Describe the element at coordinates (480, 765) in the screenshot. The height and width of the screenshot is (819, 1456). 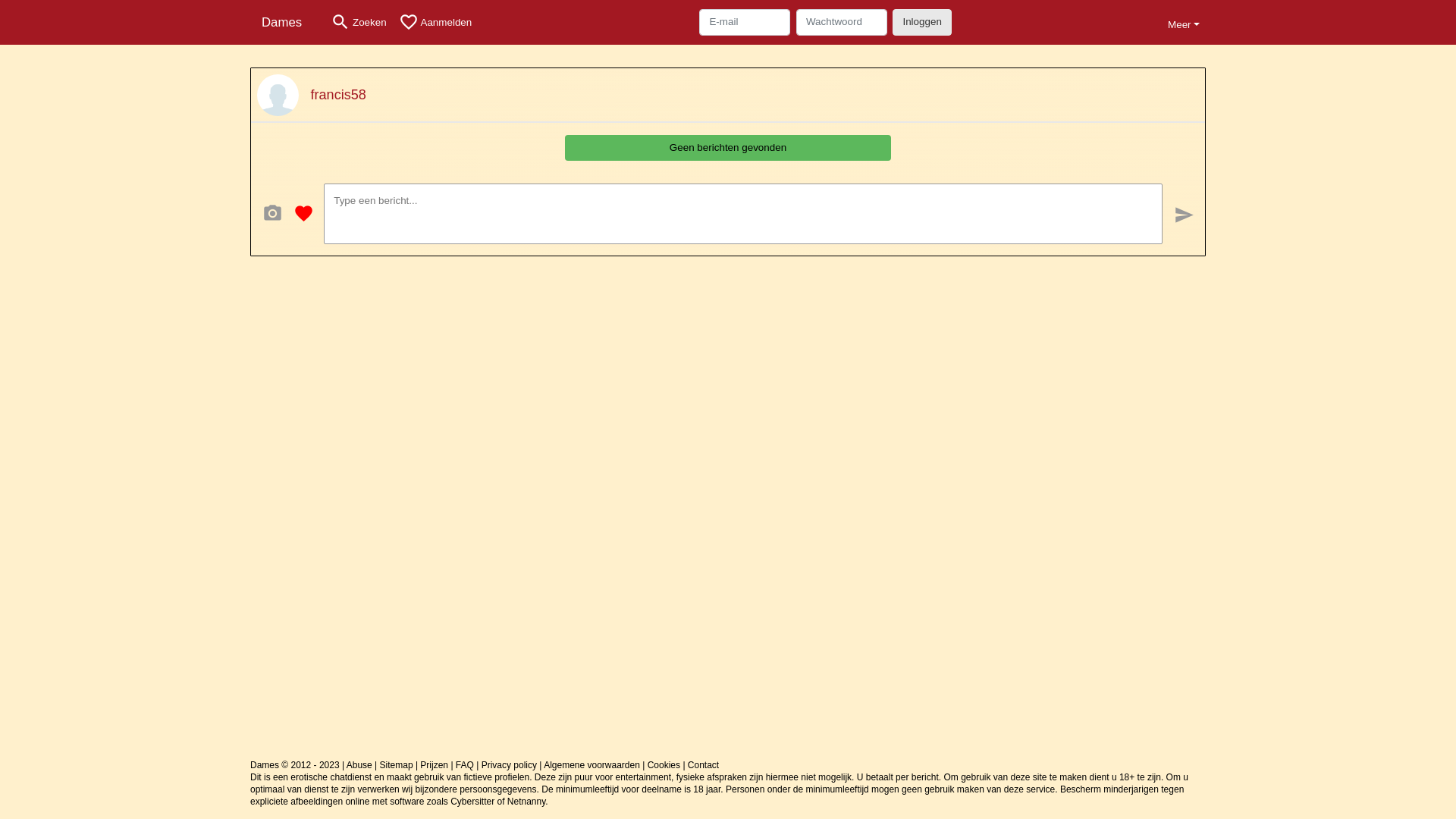
I see `'Privacy policy'` at that location.